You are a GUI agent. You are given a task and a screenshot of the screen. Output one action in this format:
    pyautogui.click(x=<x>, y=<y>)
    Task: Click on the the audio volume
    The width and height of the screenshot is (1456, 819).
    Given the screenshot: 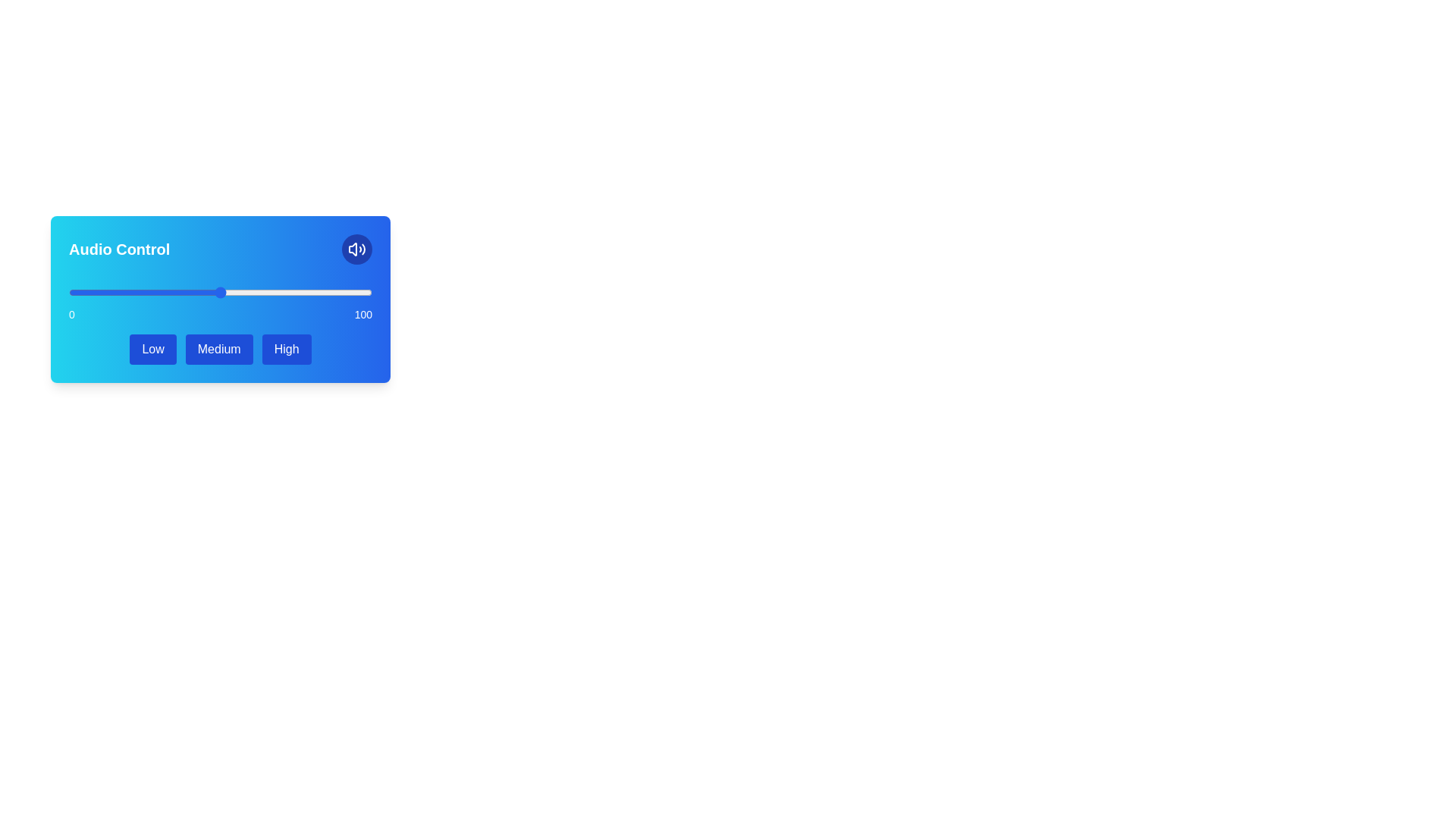 What is the action you would take?
    pyautogui.click(x=296, y=292)
    